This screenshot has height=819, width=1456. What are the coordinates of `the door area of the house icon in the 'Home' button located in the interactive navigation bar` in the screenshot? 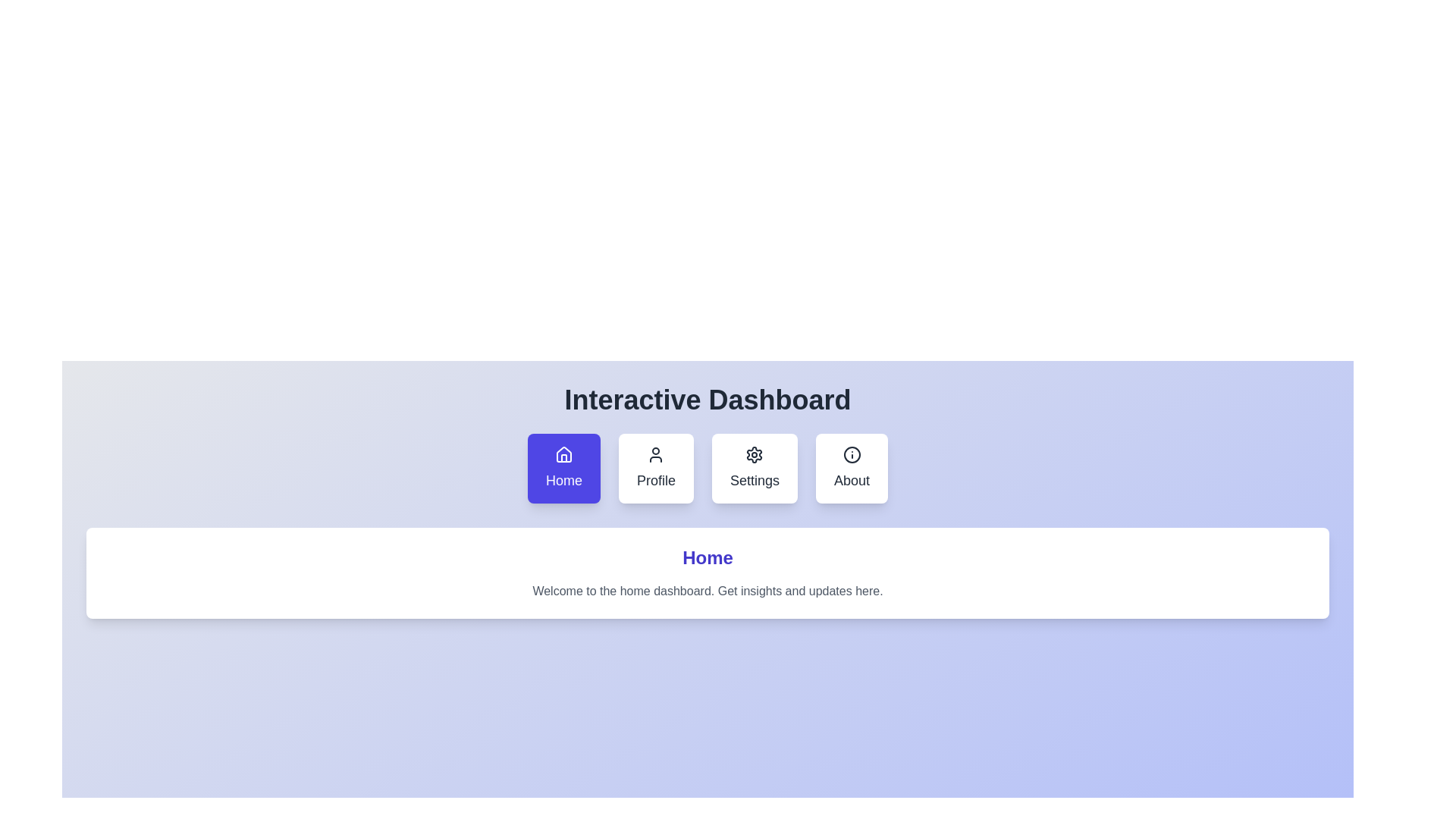 It's located at (563, 457).